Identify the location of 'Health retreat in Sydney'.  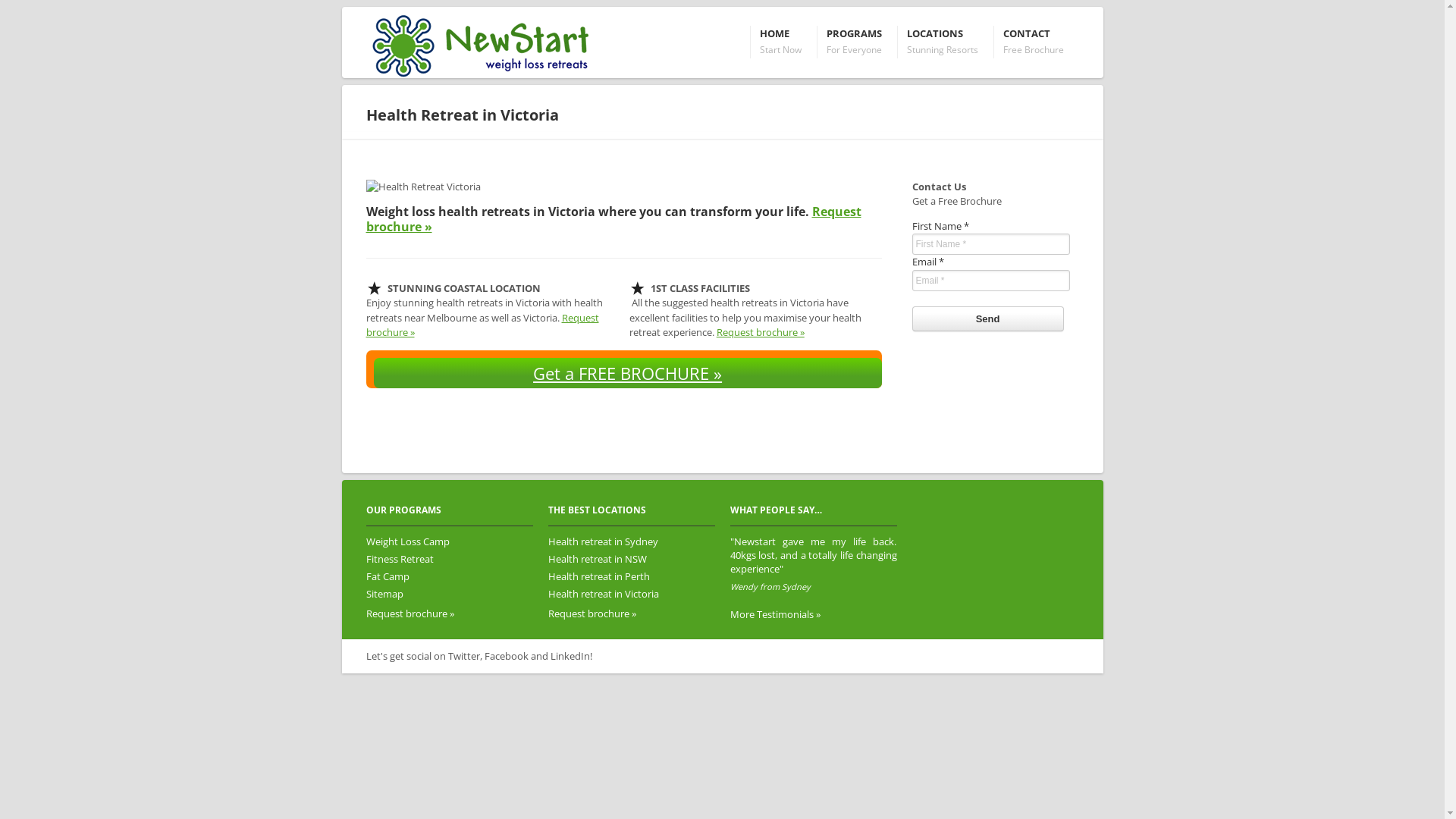
(601, 540).